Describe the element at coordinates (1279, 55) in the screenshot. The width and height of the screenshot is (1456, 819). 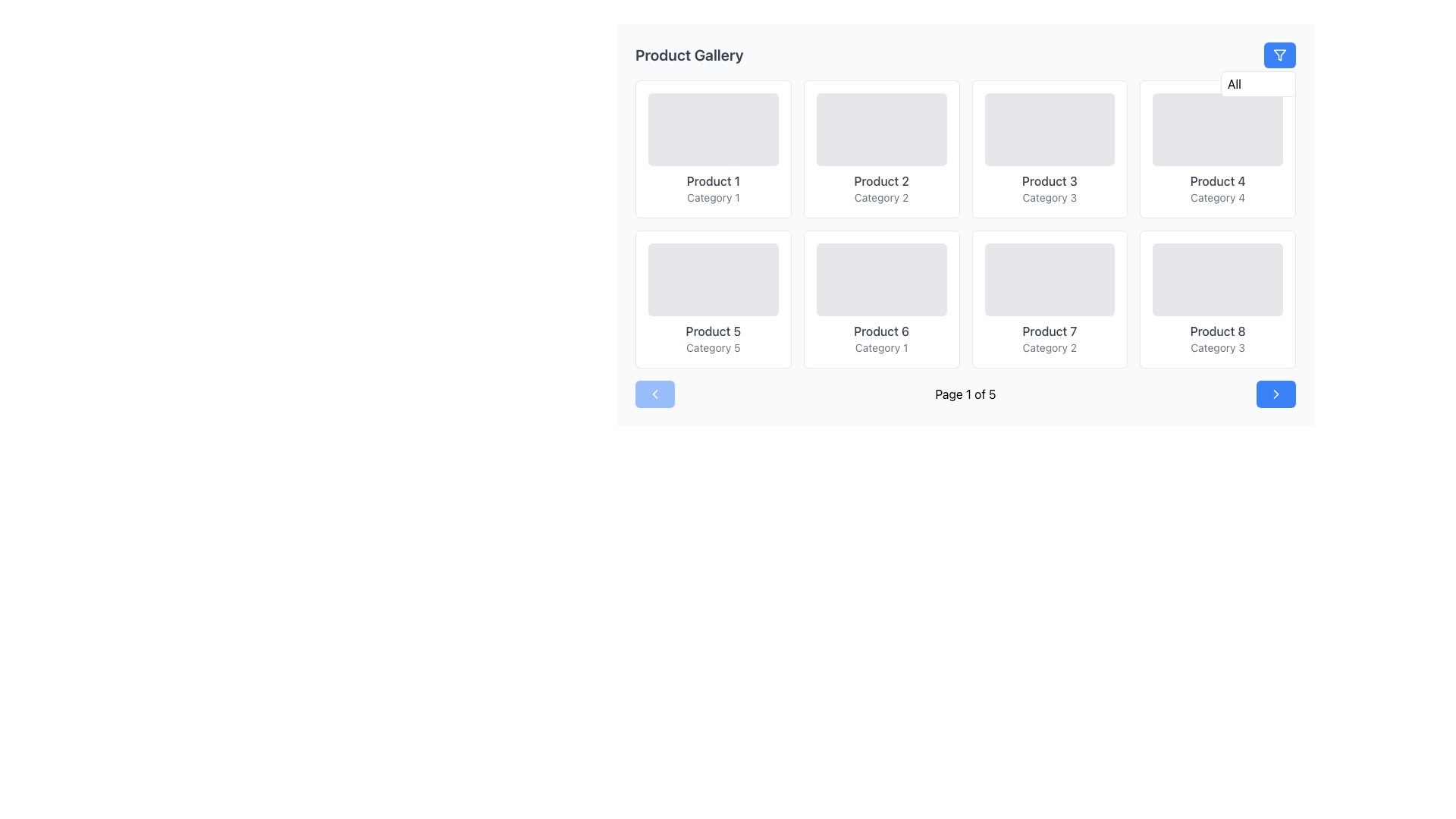
I see `the filter icon located inside the blue circular button at the top-right corner of the interface, which is part of the 'All' dropdown for filtering options` at that location.